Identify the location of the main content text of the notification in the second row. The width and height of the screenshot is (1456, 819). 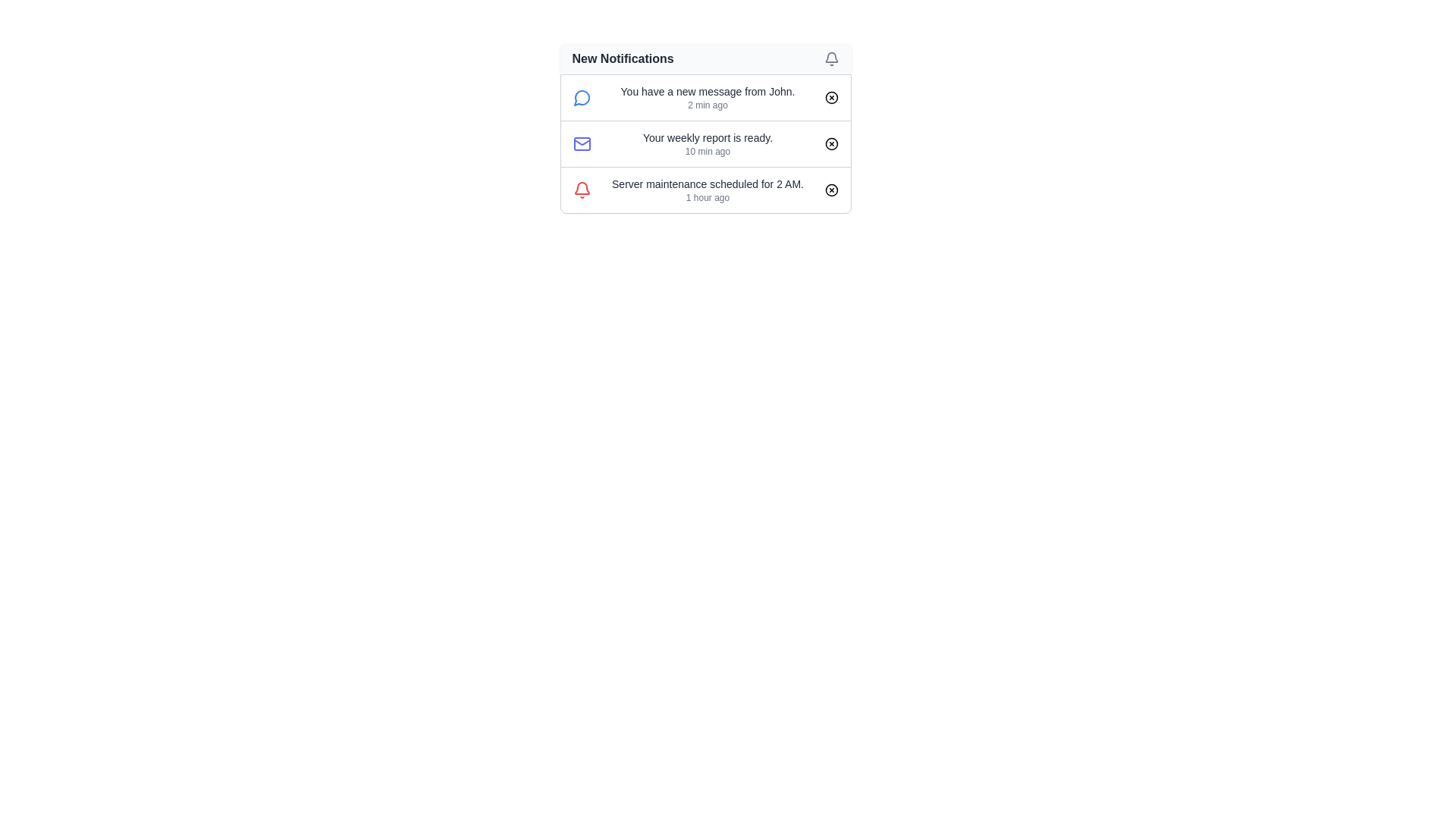
(707, 137).